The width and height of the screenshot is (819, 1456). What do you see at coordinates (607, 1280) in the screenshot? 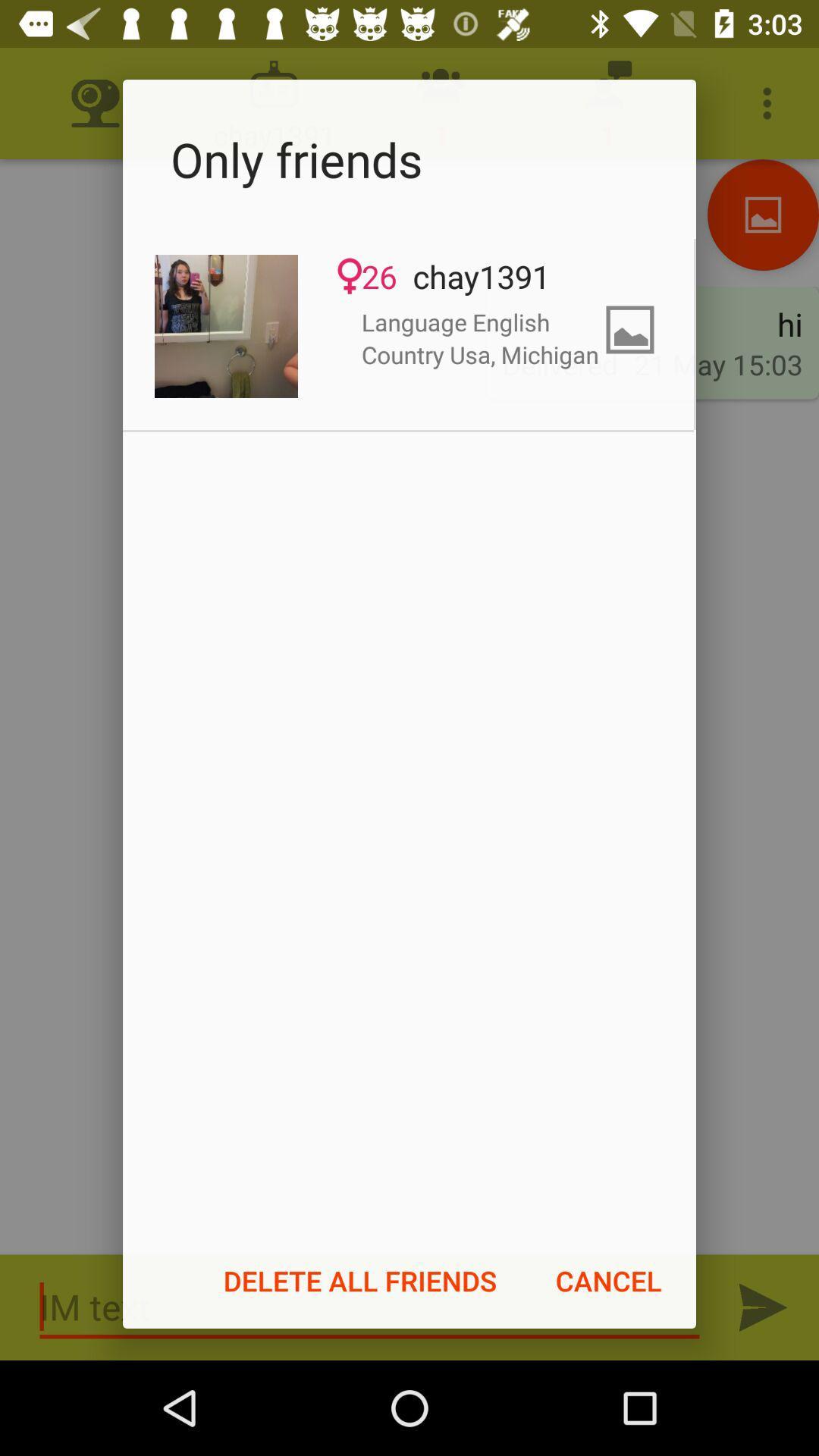
I see `cancel` at bounding box center [607, 1280].